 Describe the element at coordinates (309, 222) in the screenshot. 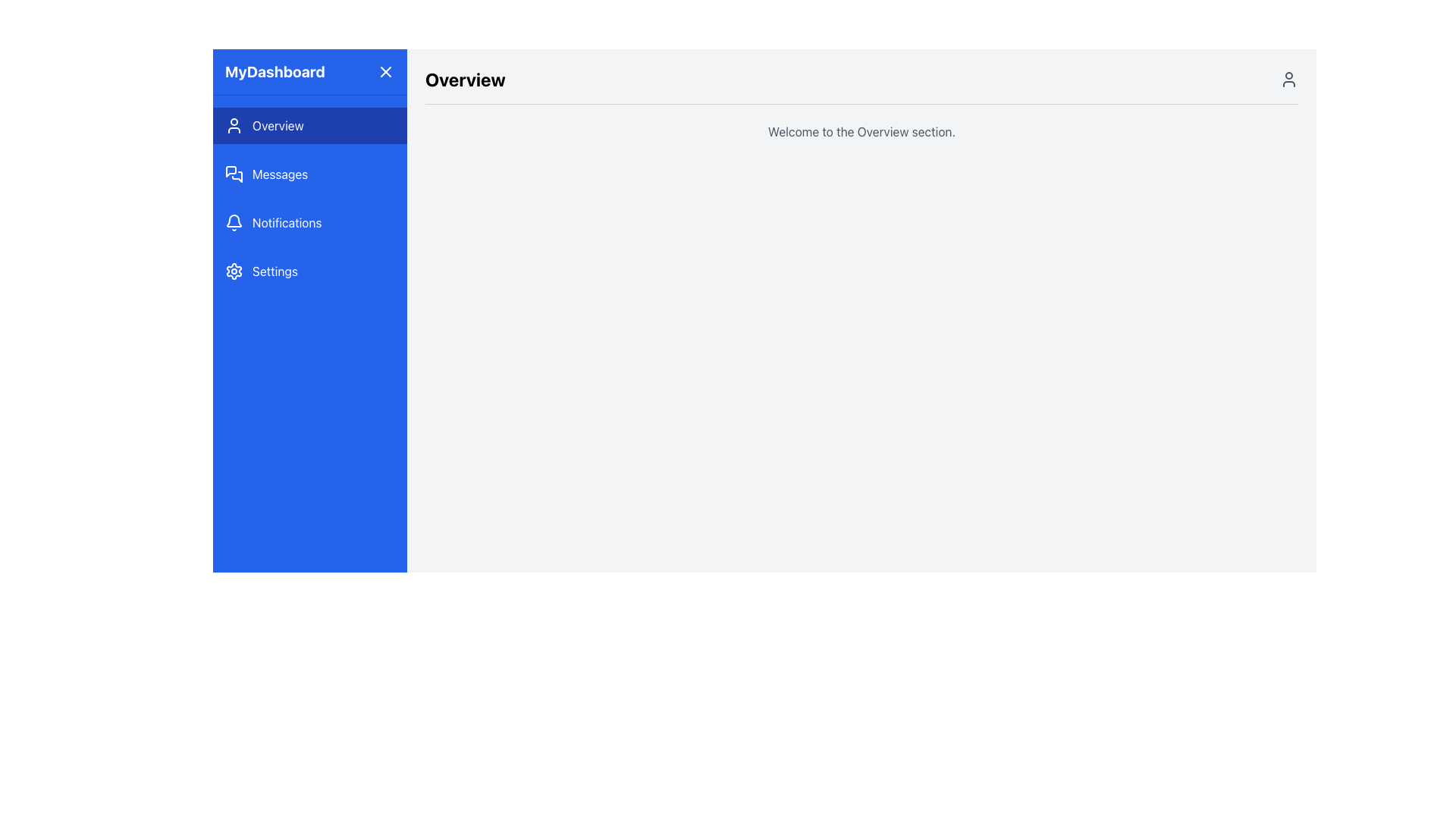

I see `the notifications button located in the vertical list of navigation menu items on the left sidebar, which is positioned between the 'Messages' and 'Settings' menu items` at that location.